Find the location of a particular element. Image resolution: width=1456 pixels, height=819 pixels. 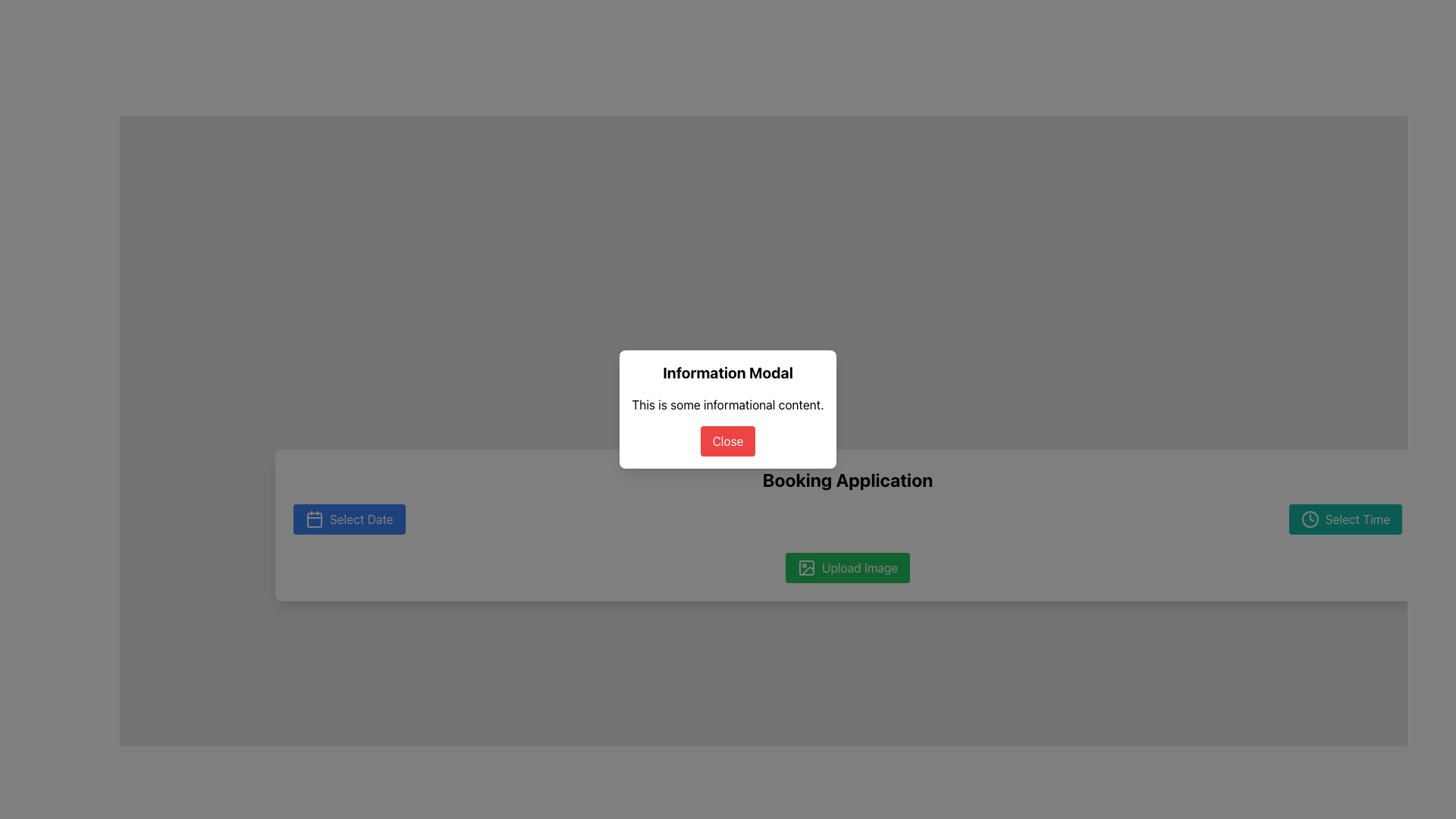

the heading text 'Information Modal' which is displayed in bold at the top center of the modal dialog box is located at coordinates (728, 373).